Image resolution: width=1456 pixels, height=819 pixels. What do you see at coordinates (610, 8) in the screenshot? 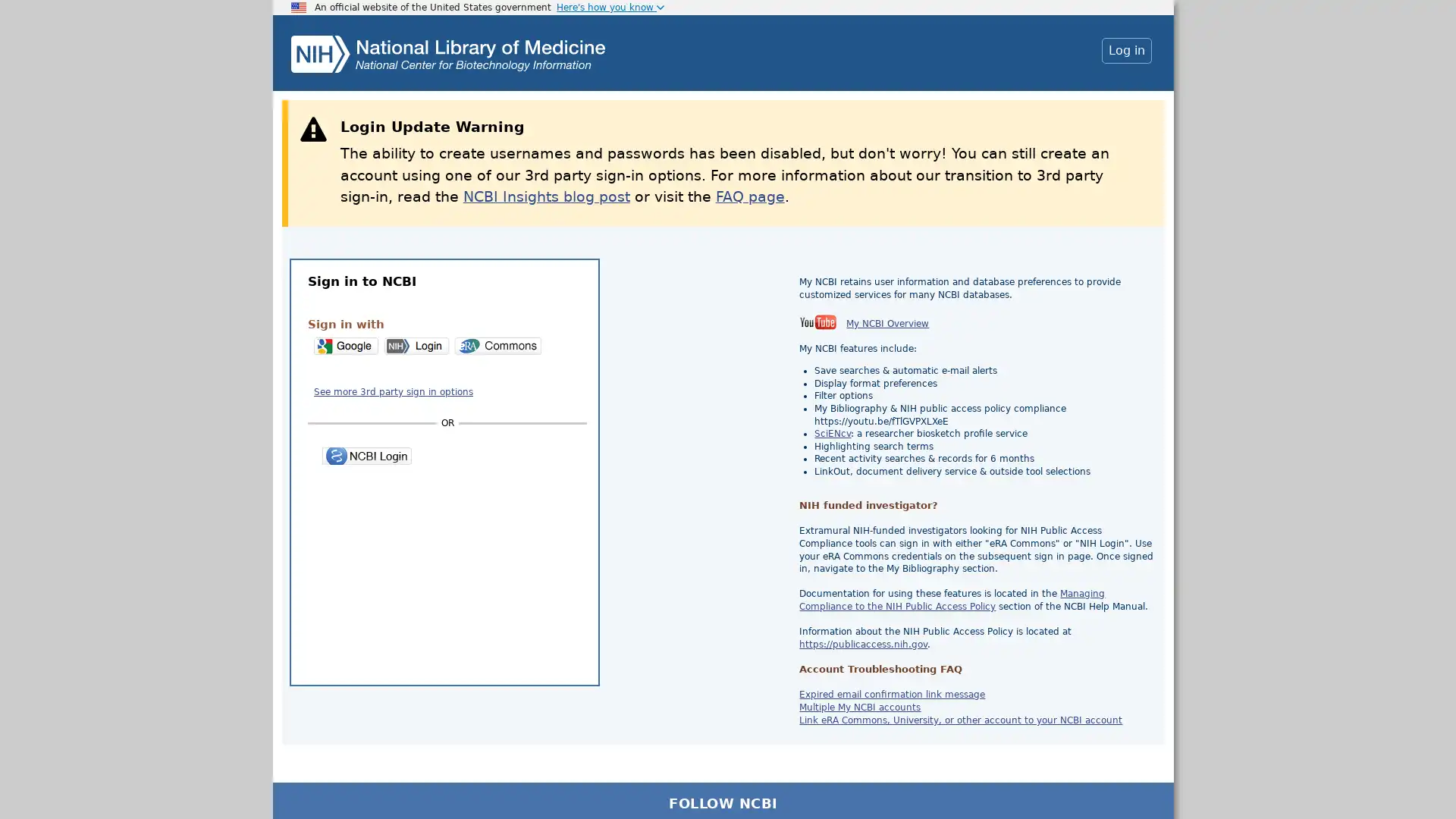
I see `Here's how you know` at bounding box center [610, 8].